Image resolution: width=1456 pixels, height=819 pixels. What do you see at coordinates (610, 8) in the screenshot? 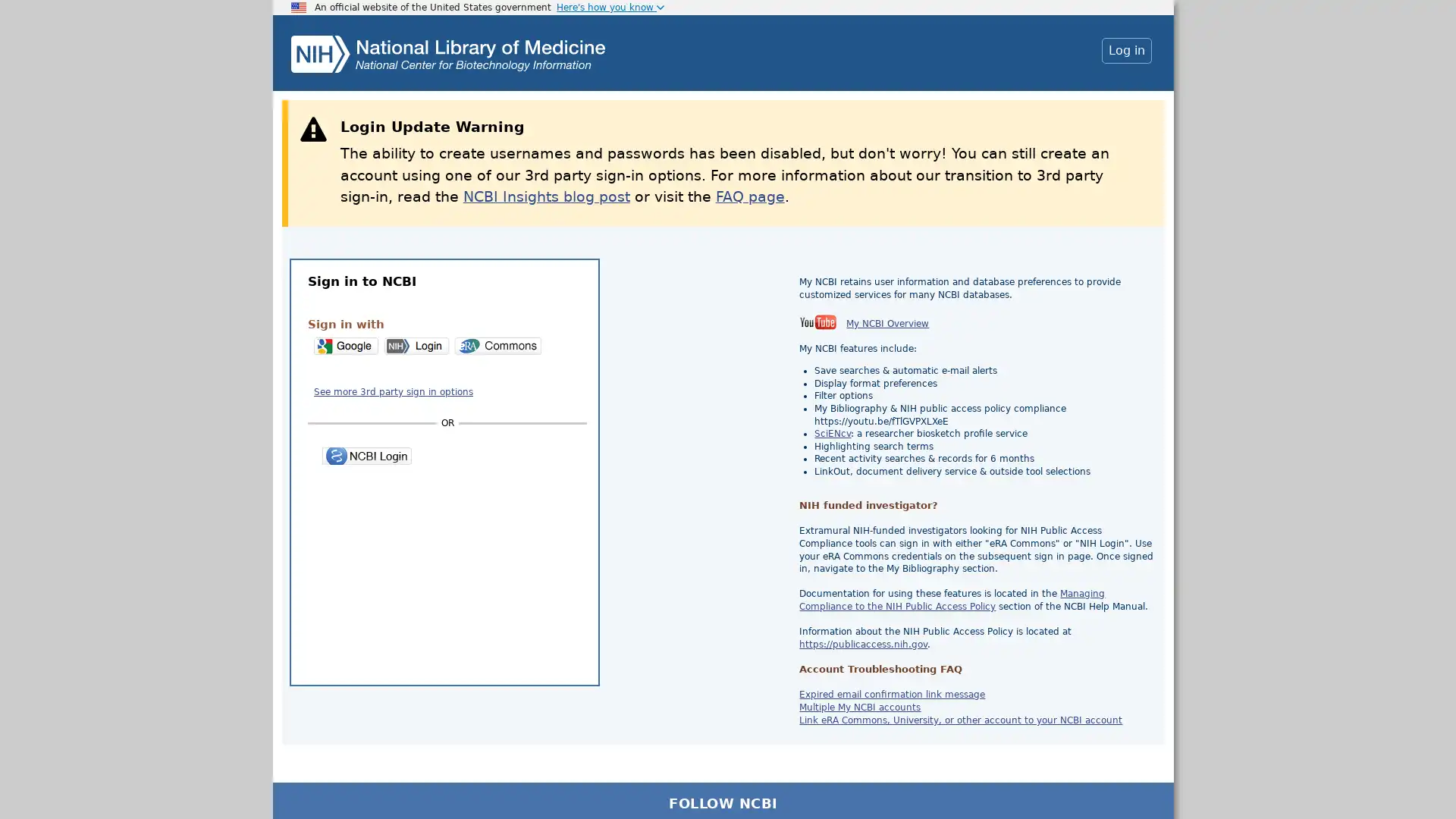
I see `Here's how you know` at bounding box center [610, 8].